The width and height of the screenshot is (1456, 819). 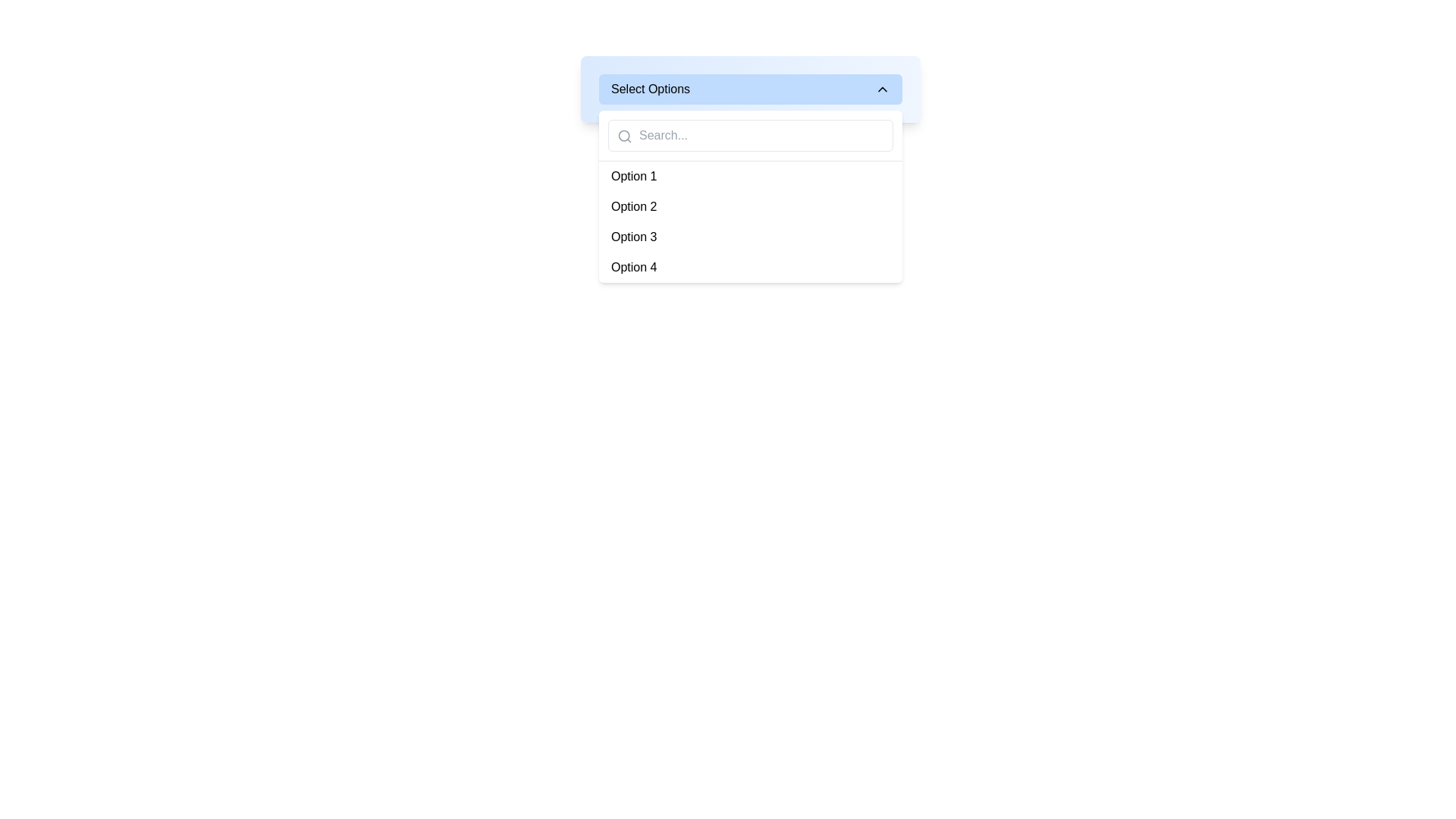 What do you see at coordinates (750, 196) in the screenshot?
I see `an option in the dropdown menu with integrated search functionality located directly below the 'Select Options' button` at bounding box center [750, 196].